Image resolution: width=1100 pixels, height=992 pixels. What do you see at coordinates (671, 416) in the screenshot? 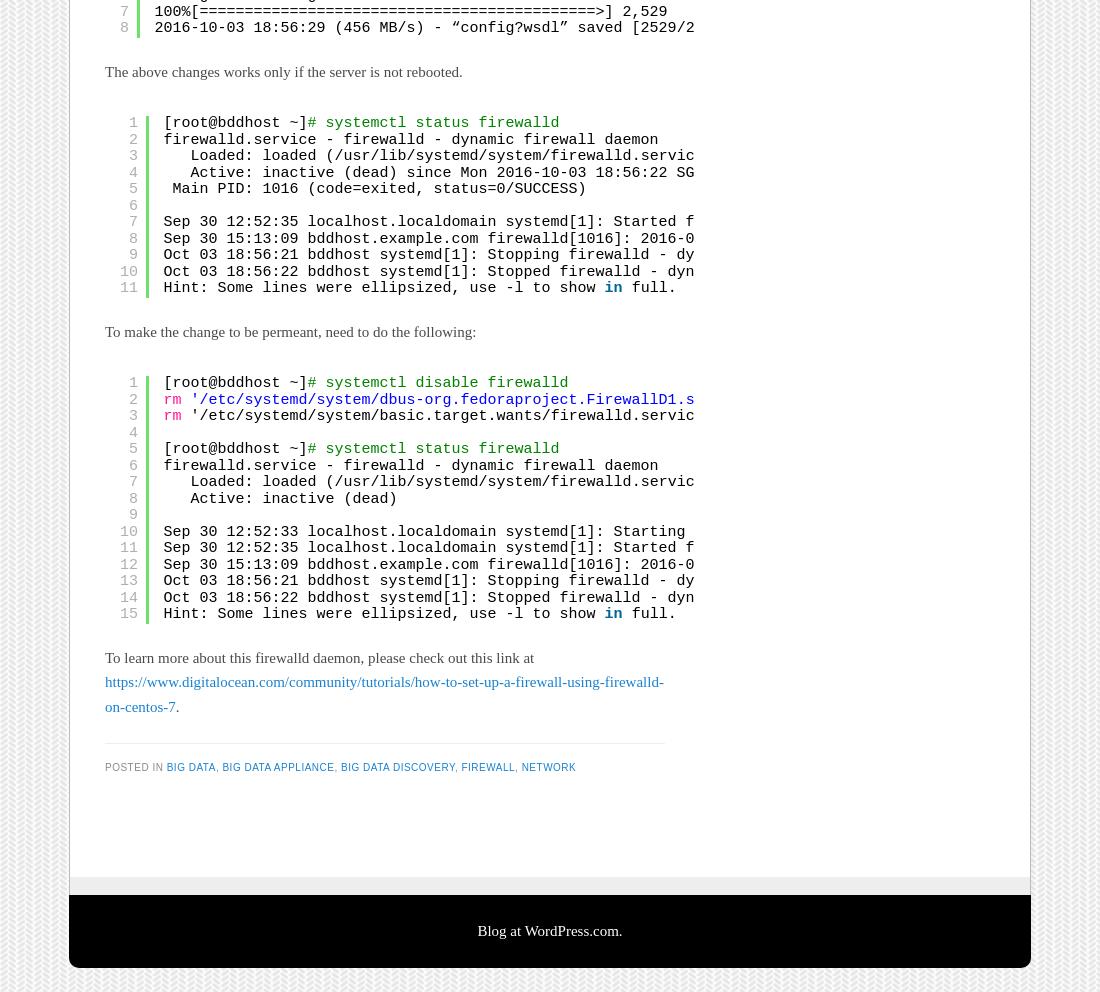
I see `'.service’'` at bounding box center [671, 416].